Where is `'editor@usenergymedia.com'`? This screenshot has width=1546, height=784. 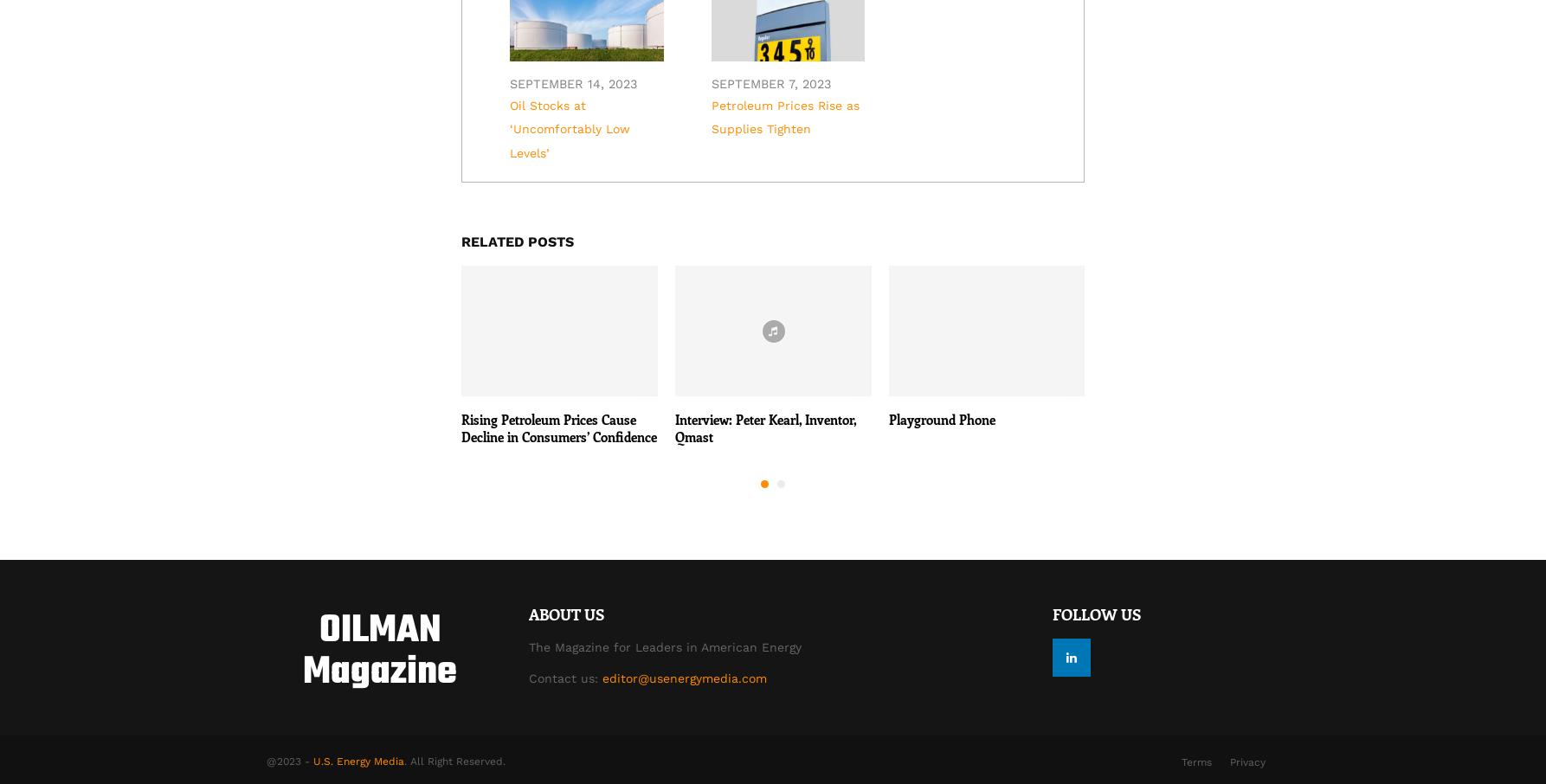
'editor@usenergymedia.com' is located at coordinates (682, 678).